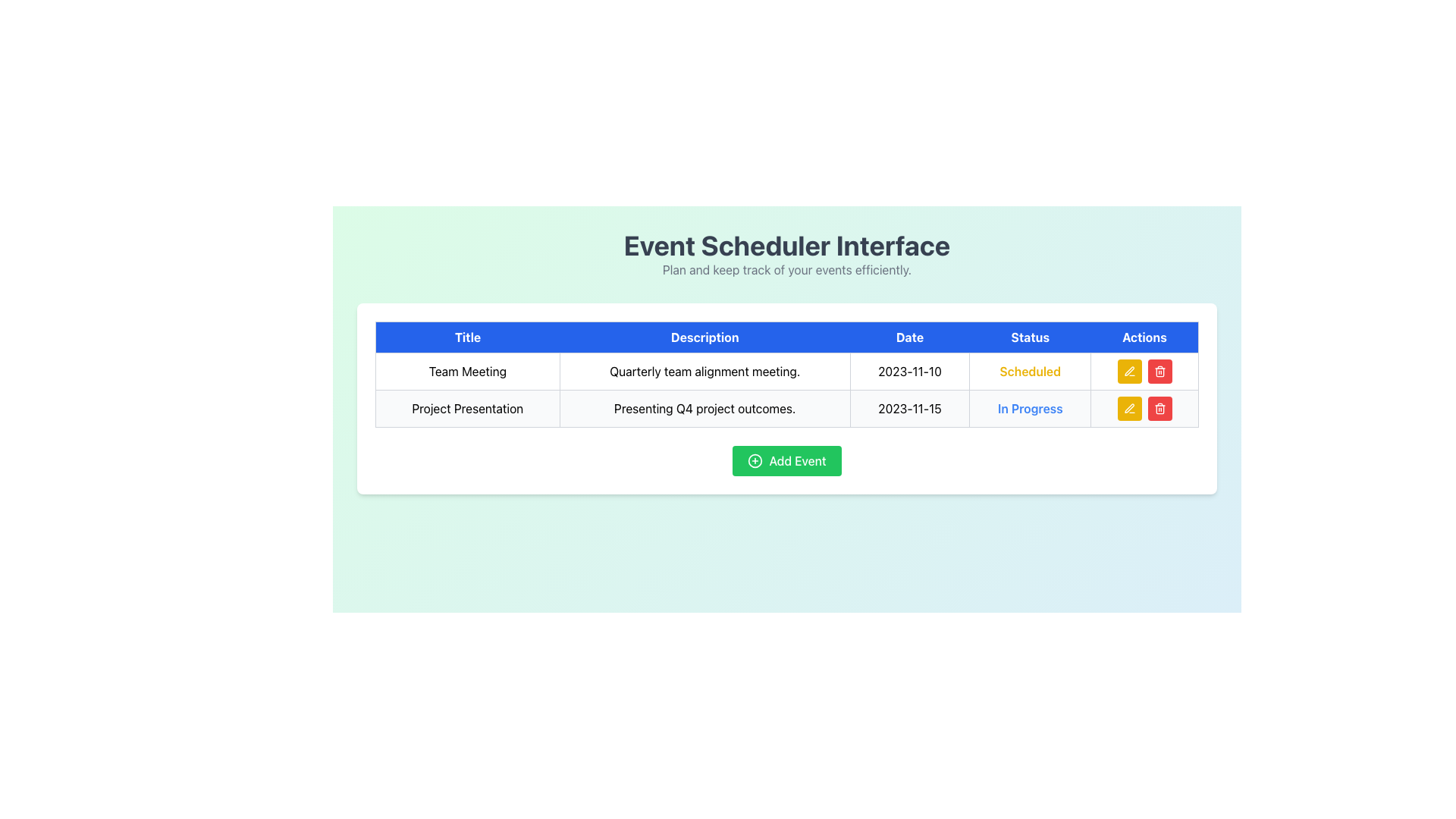 The height and width of the screenshot is (819, 1456). What do you see at coordinates (786, 408) in the screenshot?
I see `the second row of the table` at bounding box center [786, 408].